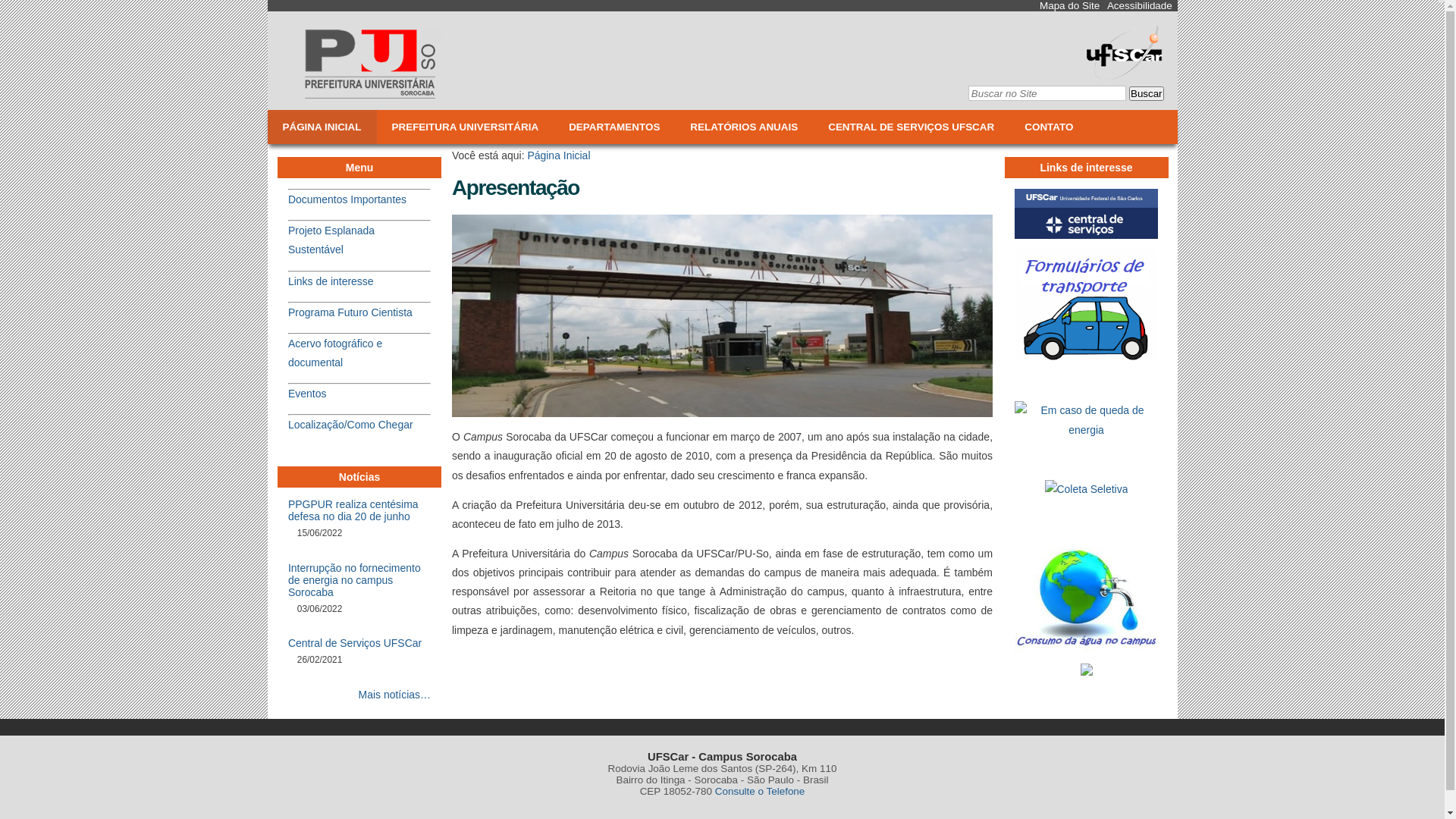  Describe the element at coordinates (1046, 93) in the screenshot. I see `'Buscar no Site'` at that location.